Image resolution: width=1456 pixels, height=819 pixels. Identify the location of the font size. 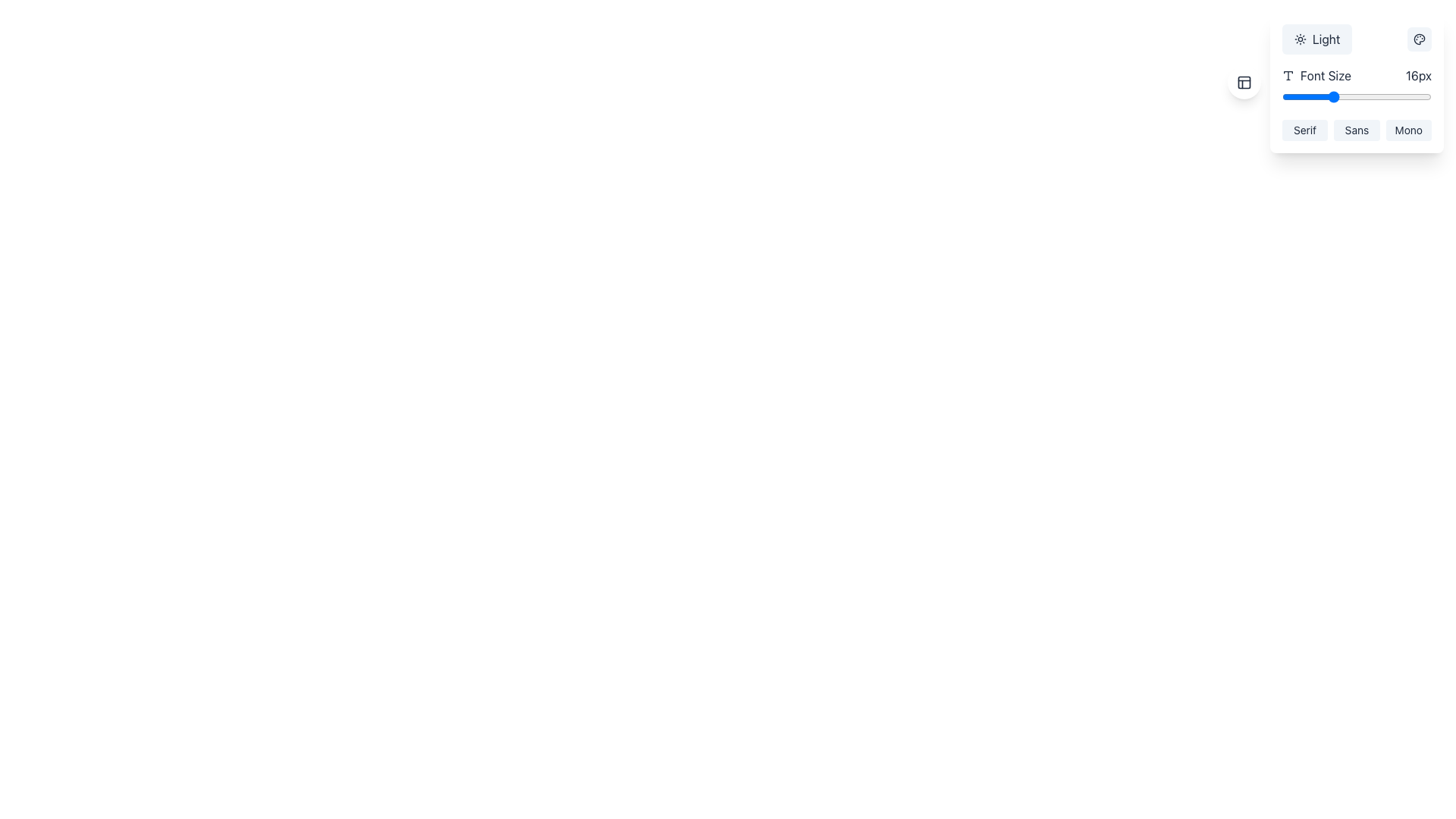
(1357, 96).